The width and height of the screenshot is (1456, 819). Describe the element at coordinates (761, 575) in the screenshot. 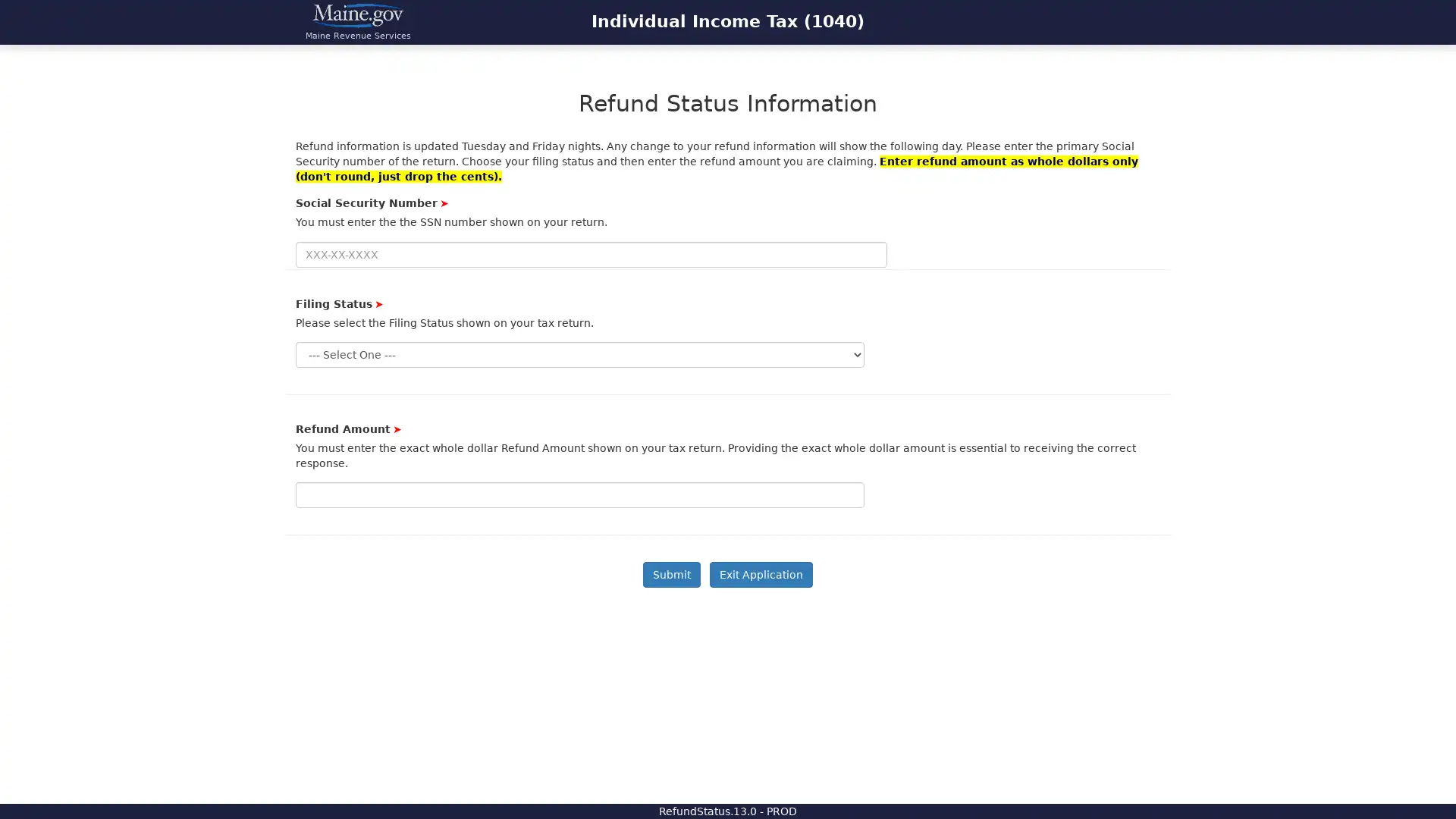

I see `Exit Application` at that location.